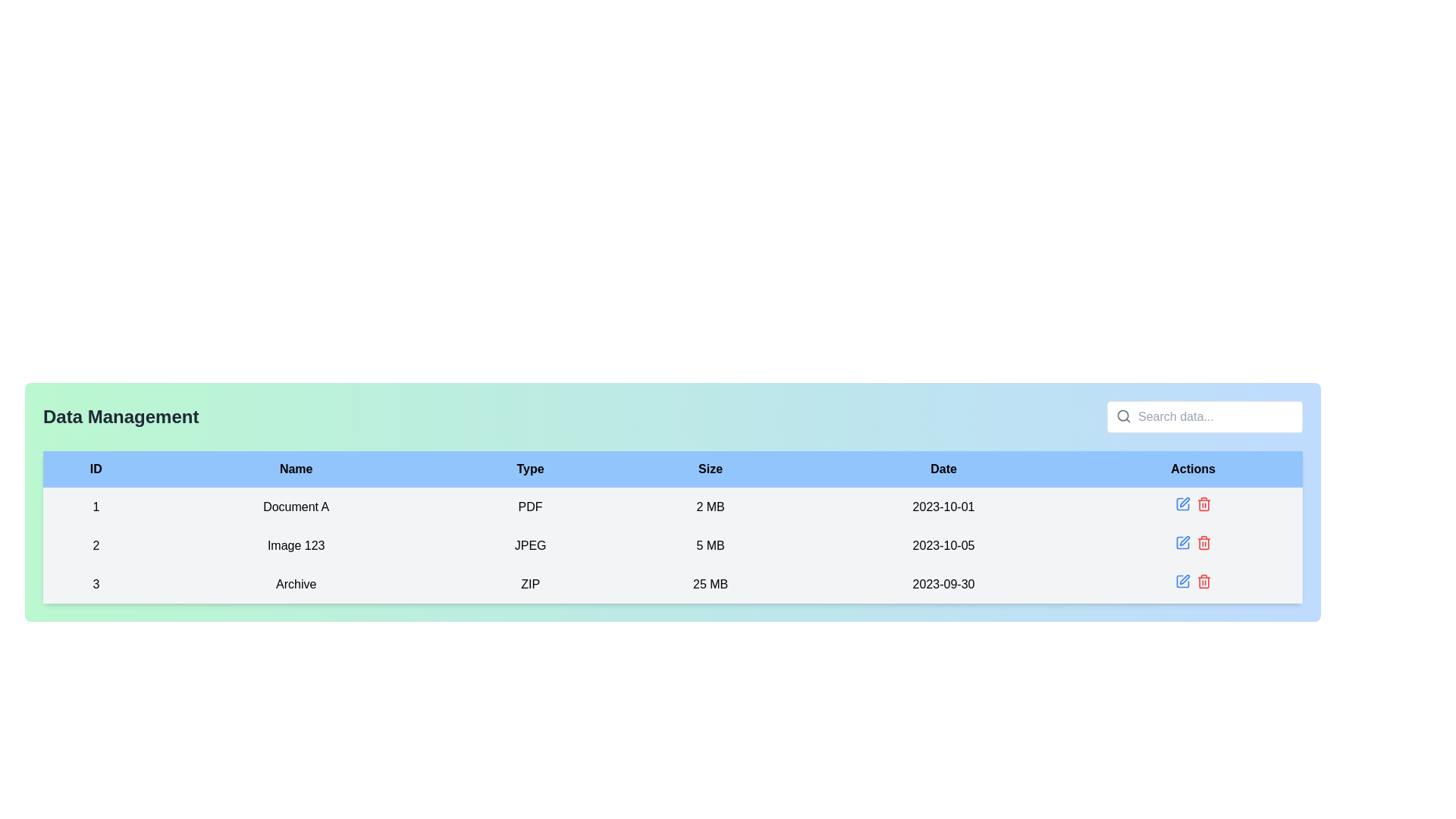 The height and width of the screenshot is (819, 1456). What do you see at coordinates (1123, 416) in the screenshot?
I see `the inner circle of the magnifying glass icon in the top-right corner of the search interface` at bounding box center [1123, 416].